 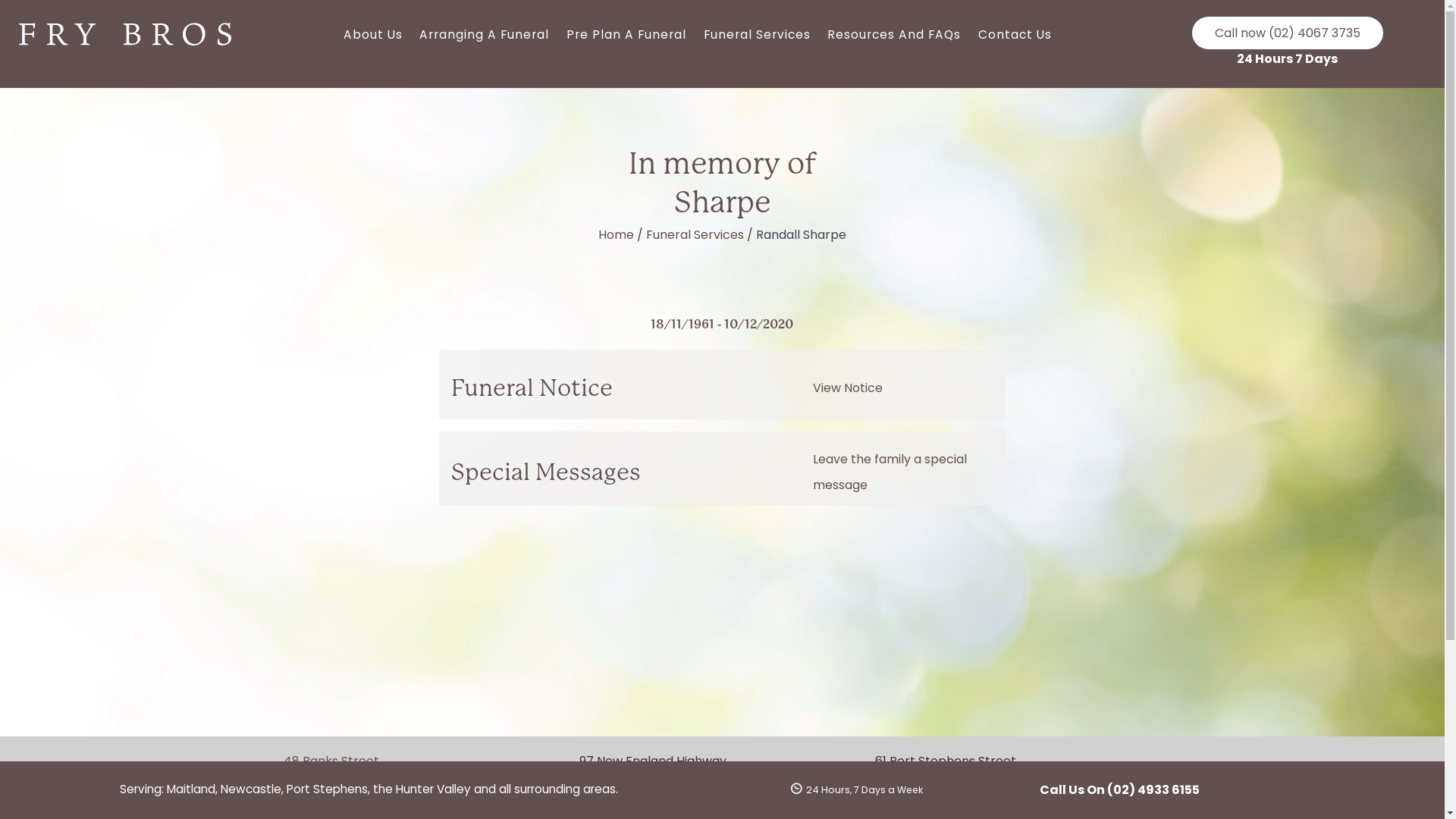 I want to click on 'Contact Us', so click(x=1015, y=34).